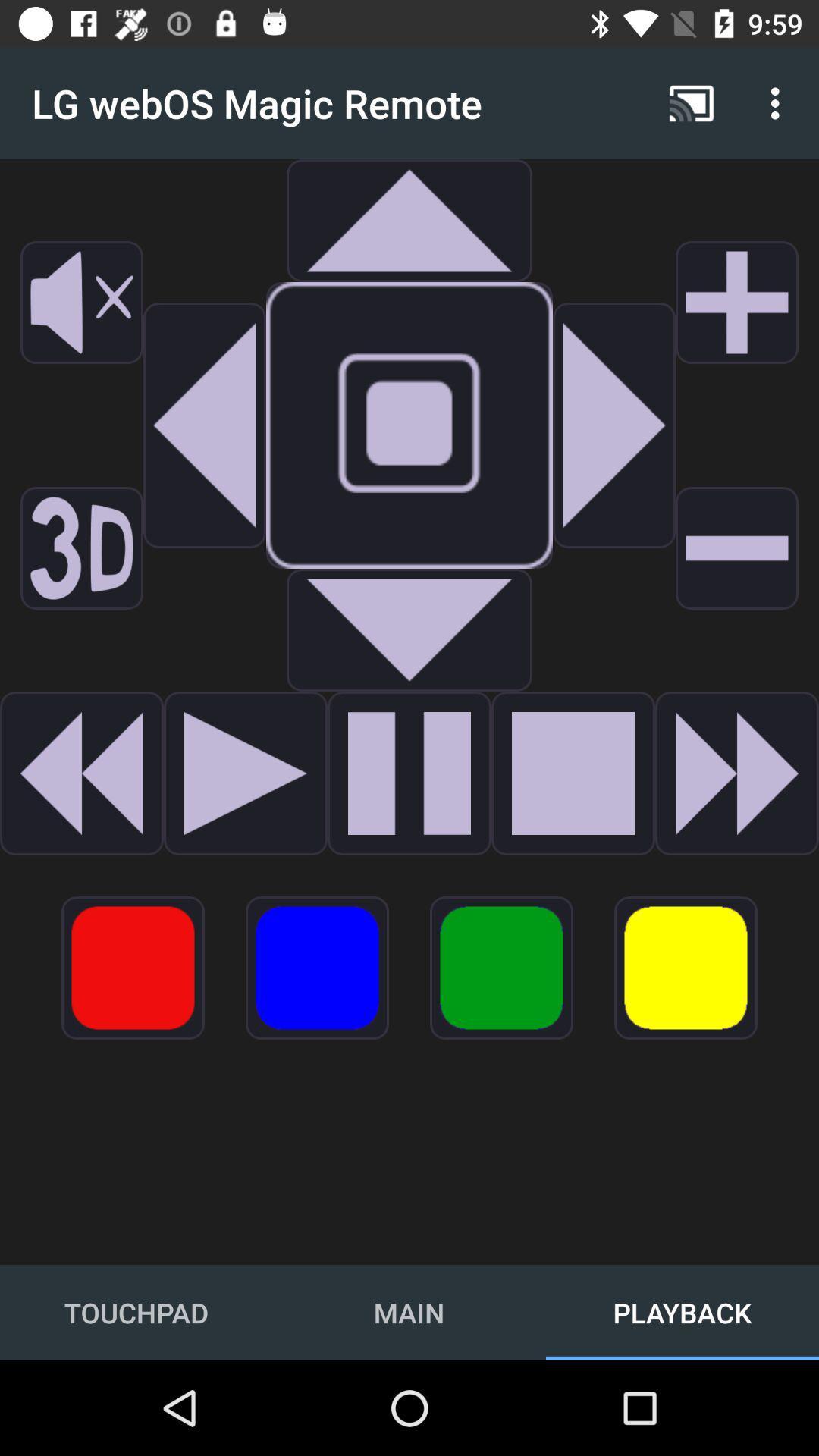  Describe the element at coordinates (409, 629) in the screenshot. I see `audo` at that location.